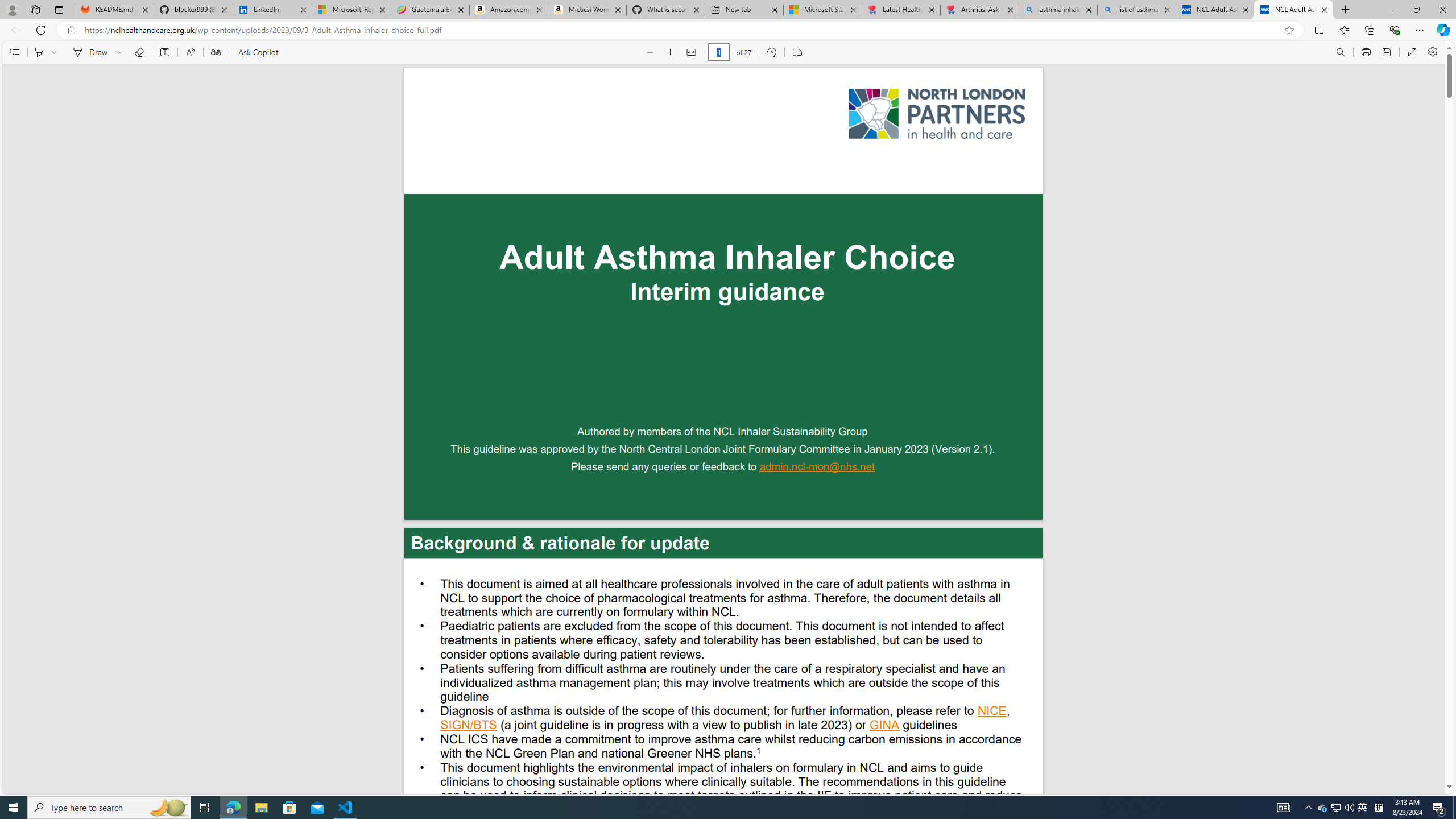 The image size is (1456, 819). I want to click on 'Read aloud', so click(190, 52).